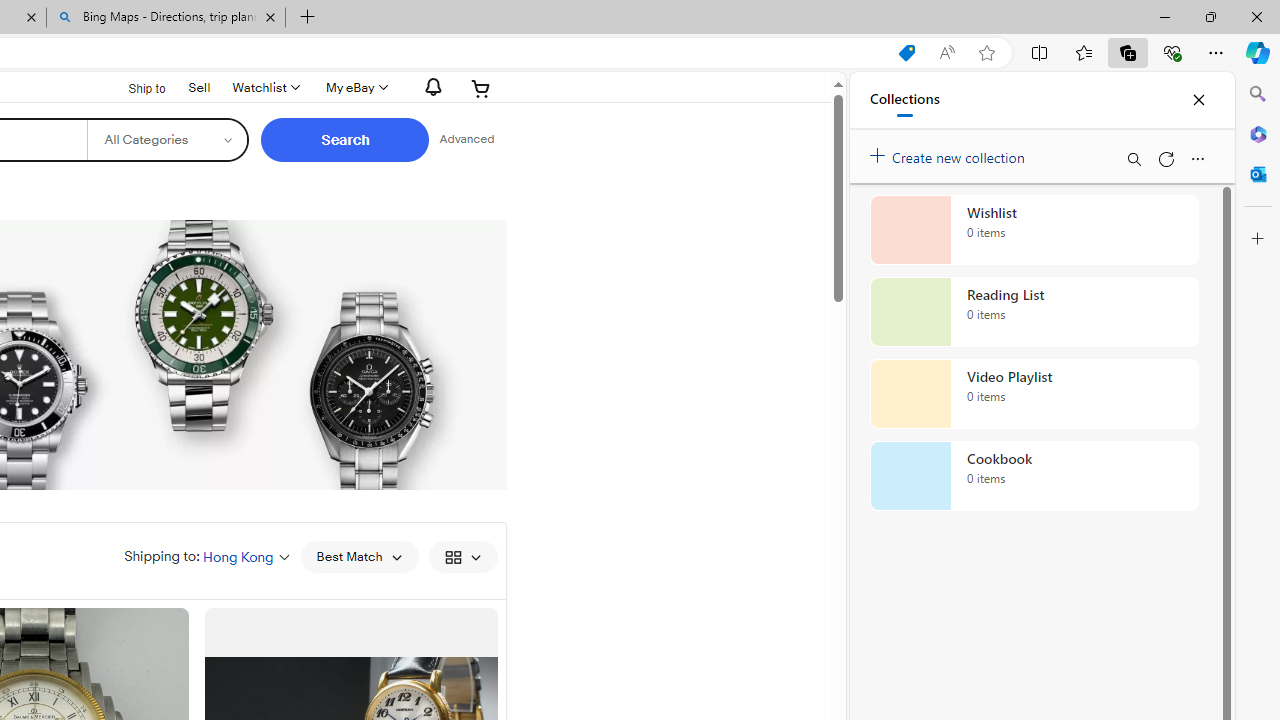 The width and height of the screenshot is (1280, 720). Describe the element at coordinates (355, 87) in the screenshot. I see `'My eBay'` at that location.